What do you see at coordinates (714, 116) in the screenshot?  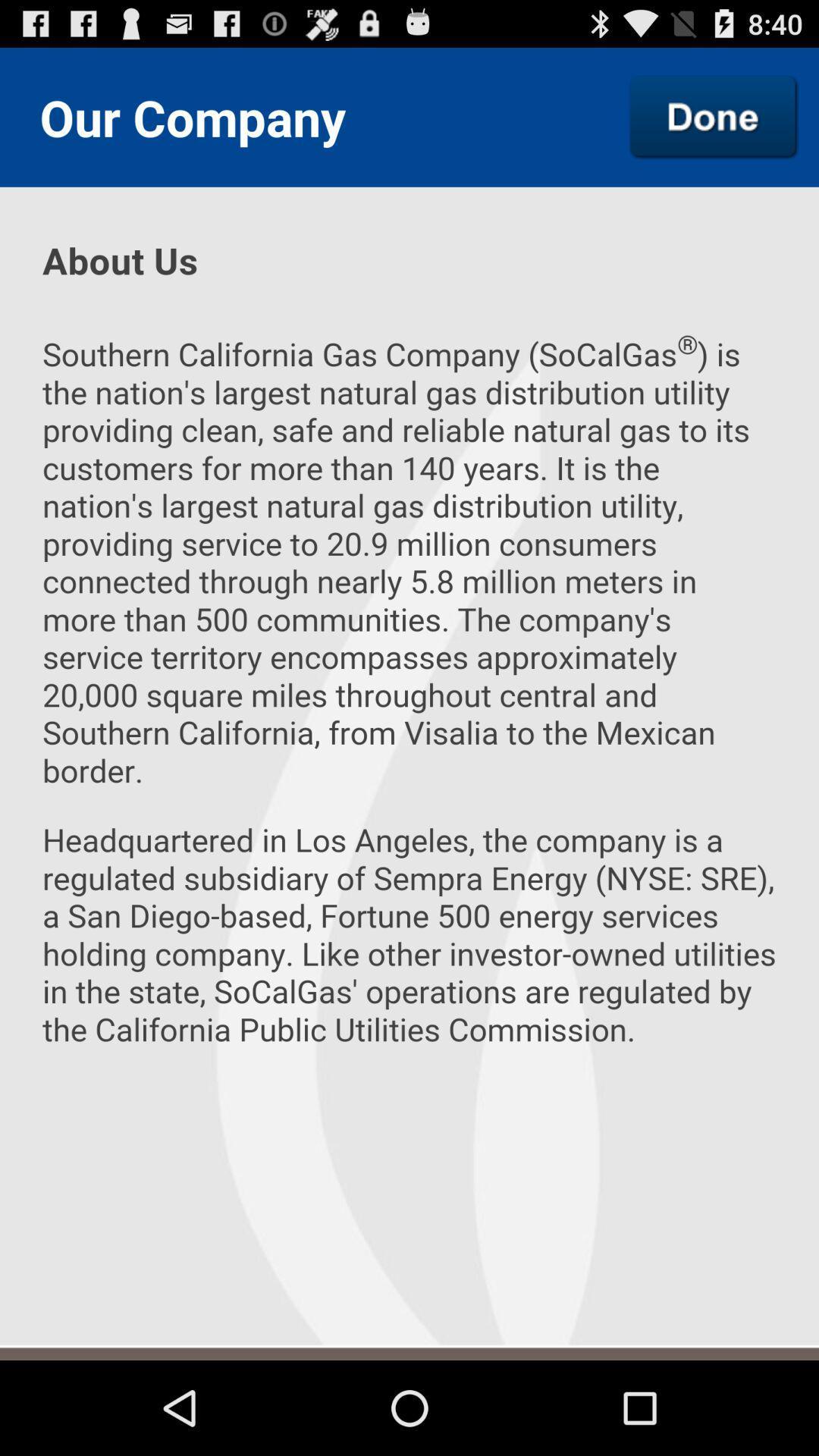 I see `button done` at bounding box center [714, 116].